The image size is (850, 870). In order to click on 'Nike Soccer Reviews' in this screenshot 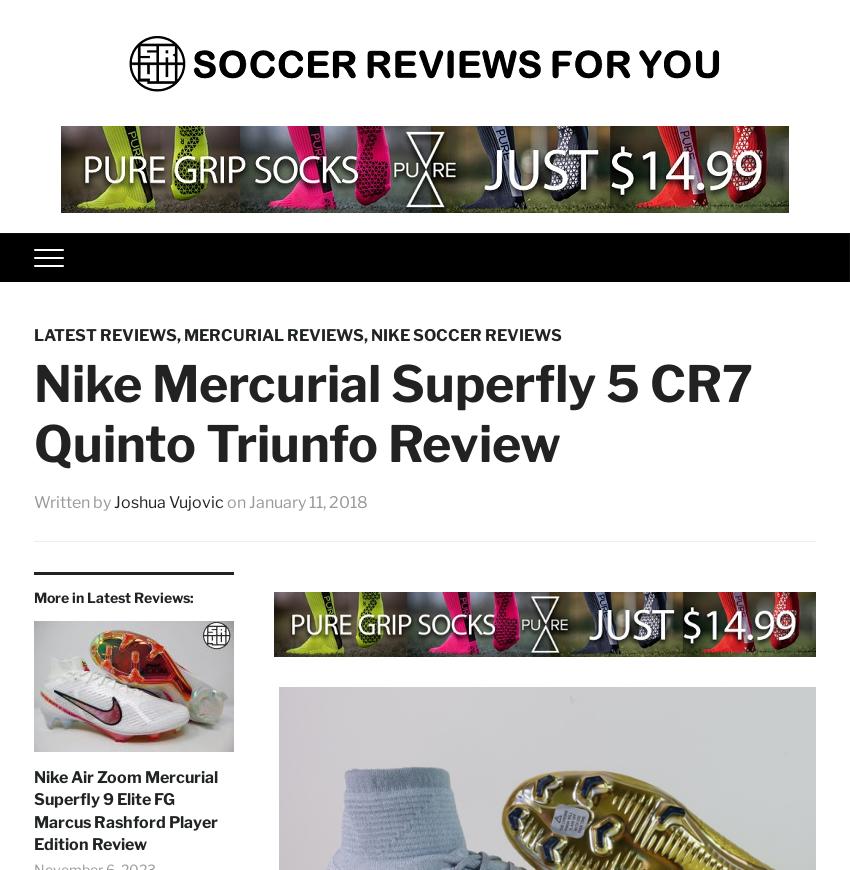, I will do `click(465, 335)`.